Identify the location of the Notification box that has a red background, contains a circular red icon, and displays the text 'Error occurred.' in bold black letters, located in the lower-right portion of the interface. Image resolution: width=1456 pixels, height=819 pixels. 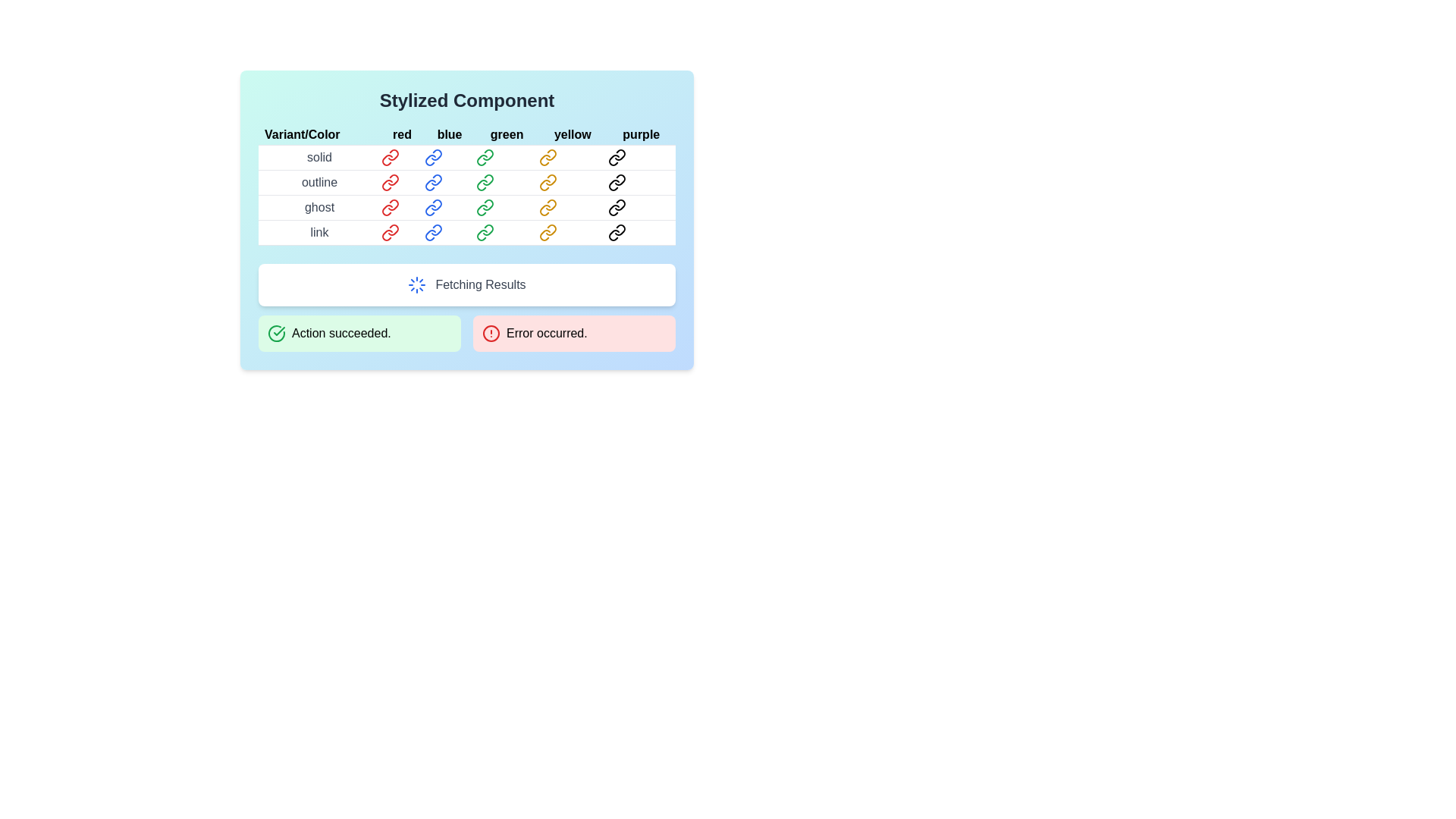
(573, 332).